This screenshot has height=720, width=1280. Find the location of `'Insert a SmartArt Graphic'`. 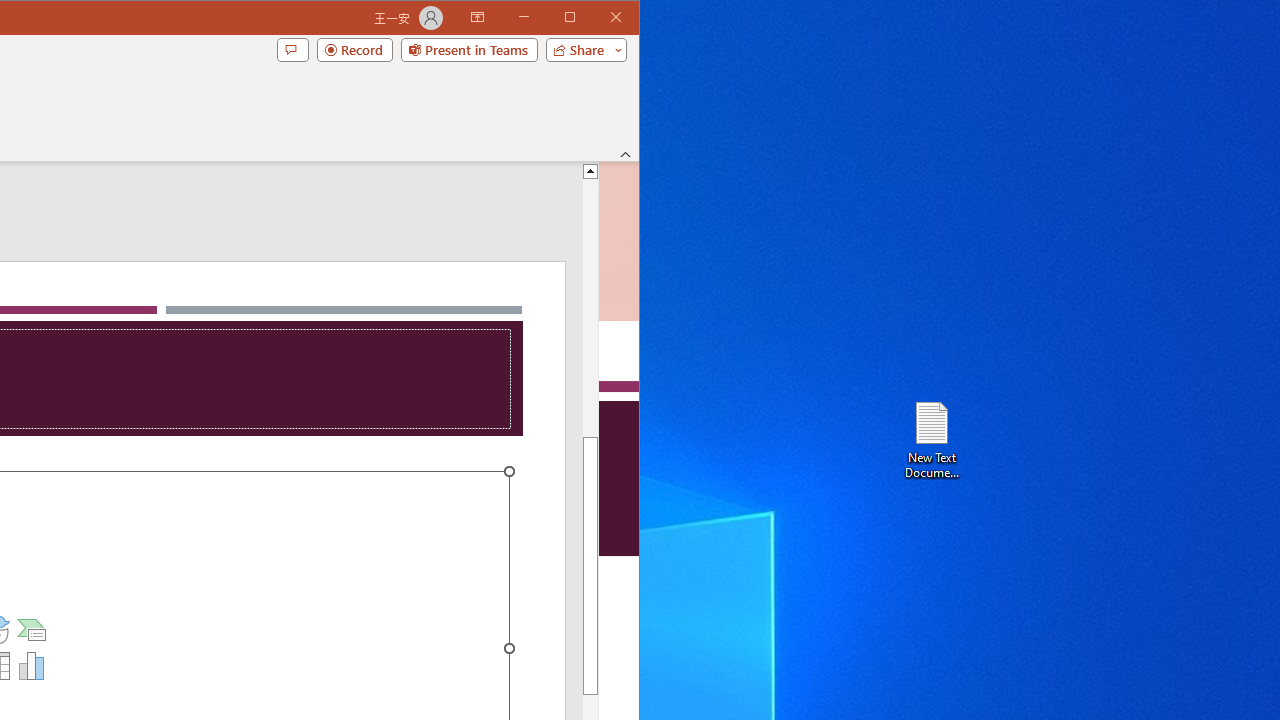

'Insert a SmartArt Graphic' is located at coordinates (32, 630).